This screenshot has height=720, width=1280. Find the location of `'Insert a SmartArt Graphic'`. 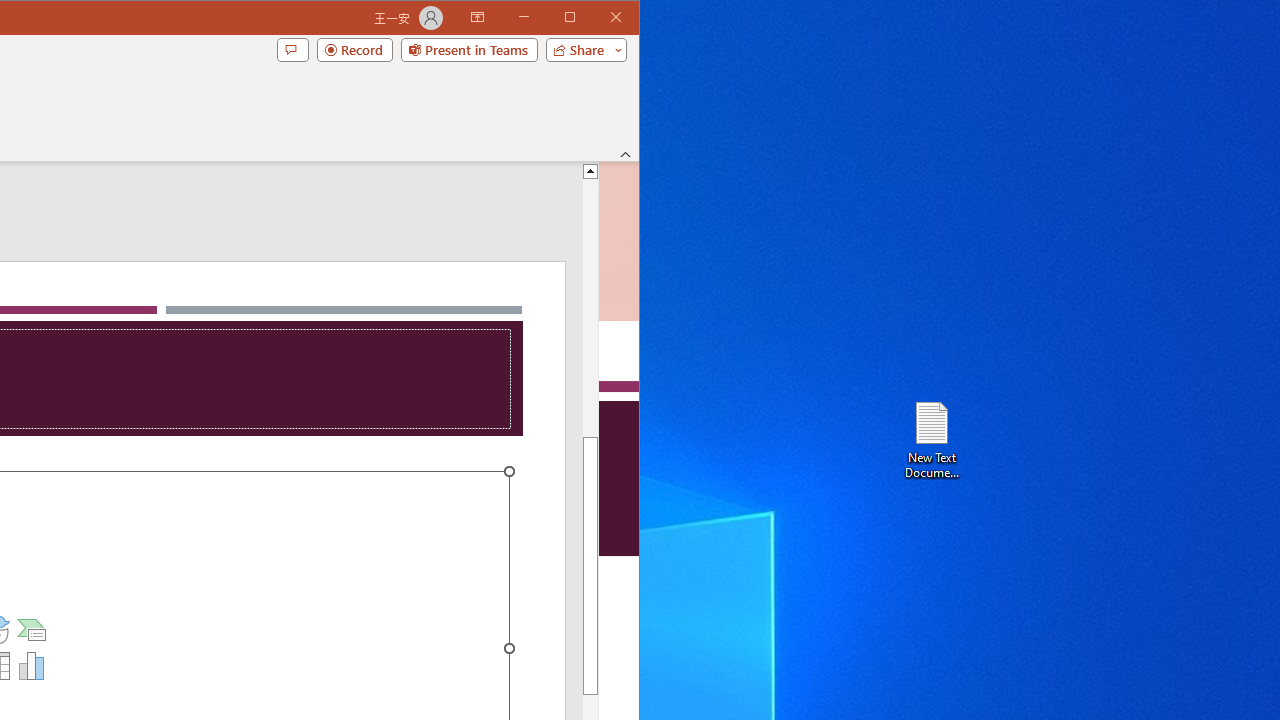

'Insert a SmartArt Graphic' is located at coordinates (32, 630).